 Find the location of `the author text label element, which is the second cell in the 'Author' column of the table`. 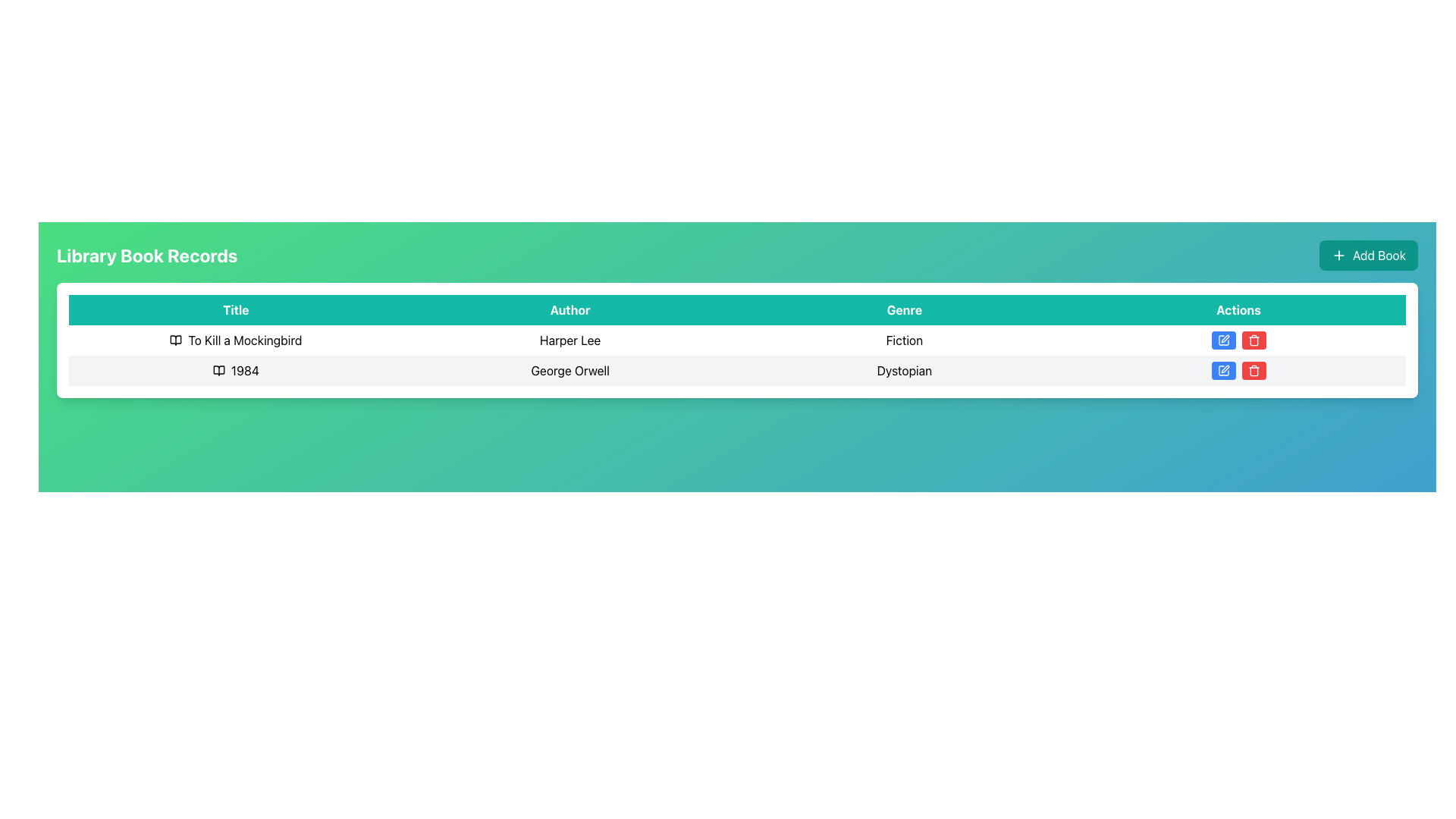

the author text label element, which is the second cell in the 'Author' column of the table is located at coordinates (570, 371).